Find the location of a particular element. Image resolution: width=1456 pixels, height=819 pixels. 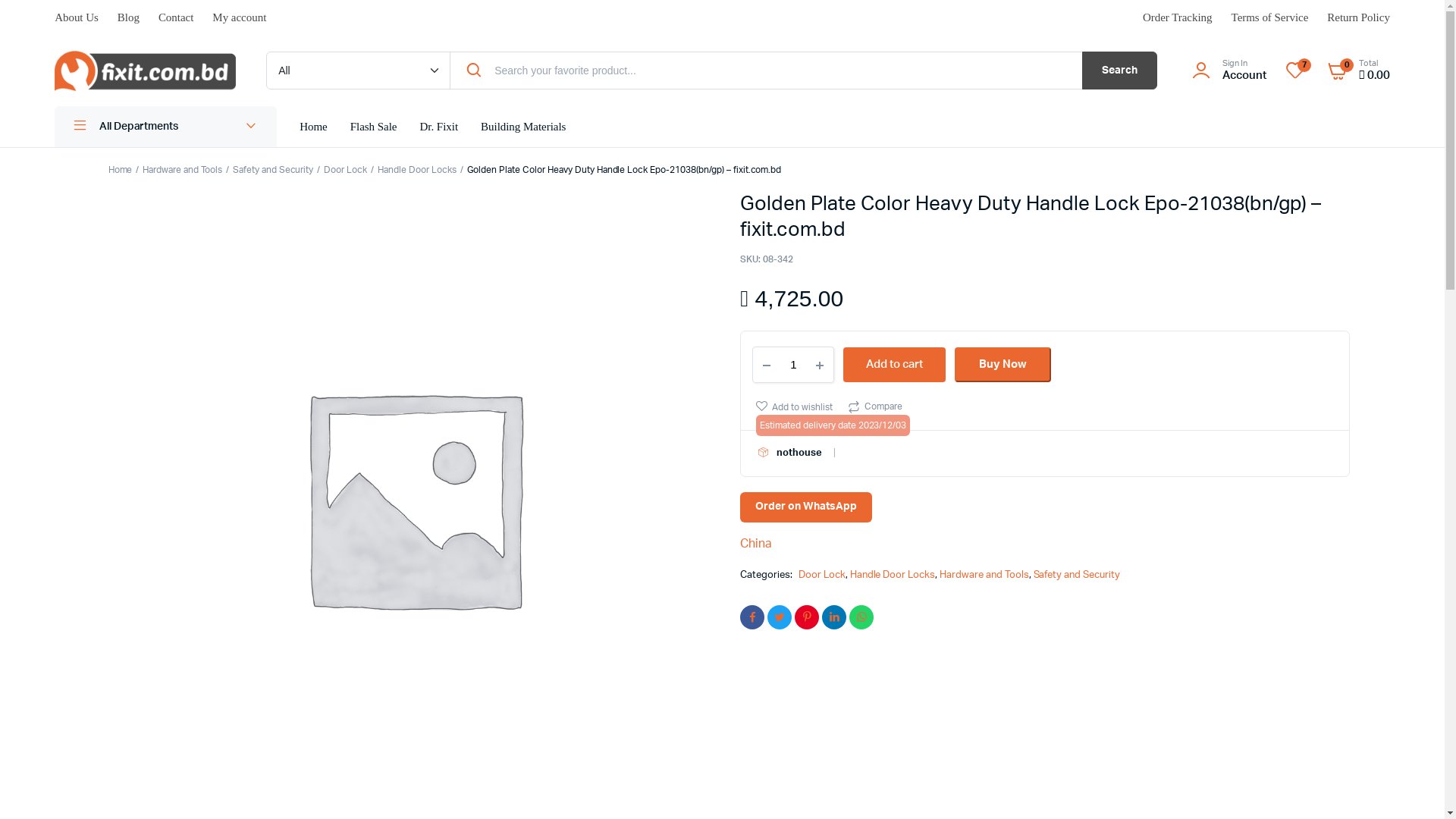

'Door Lock' is located at coordinates (344, 169).